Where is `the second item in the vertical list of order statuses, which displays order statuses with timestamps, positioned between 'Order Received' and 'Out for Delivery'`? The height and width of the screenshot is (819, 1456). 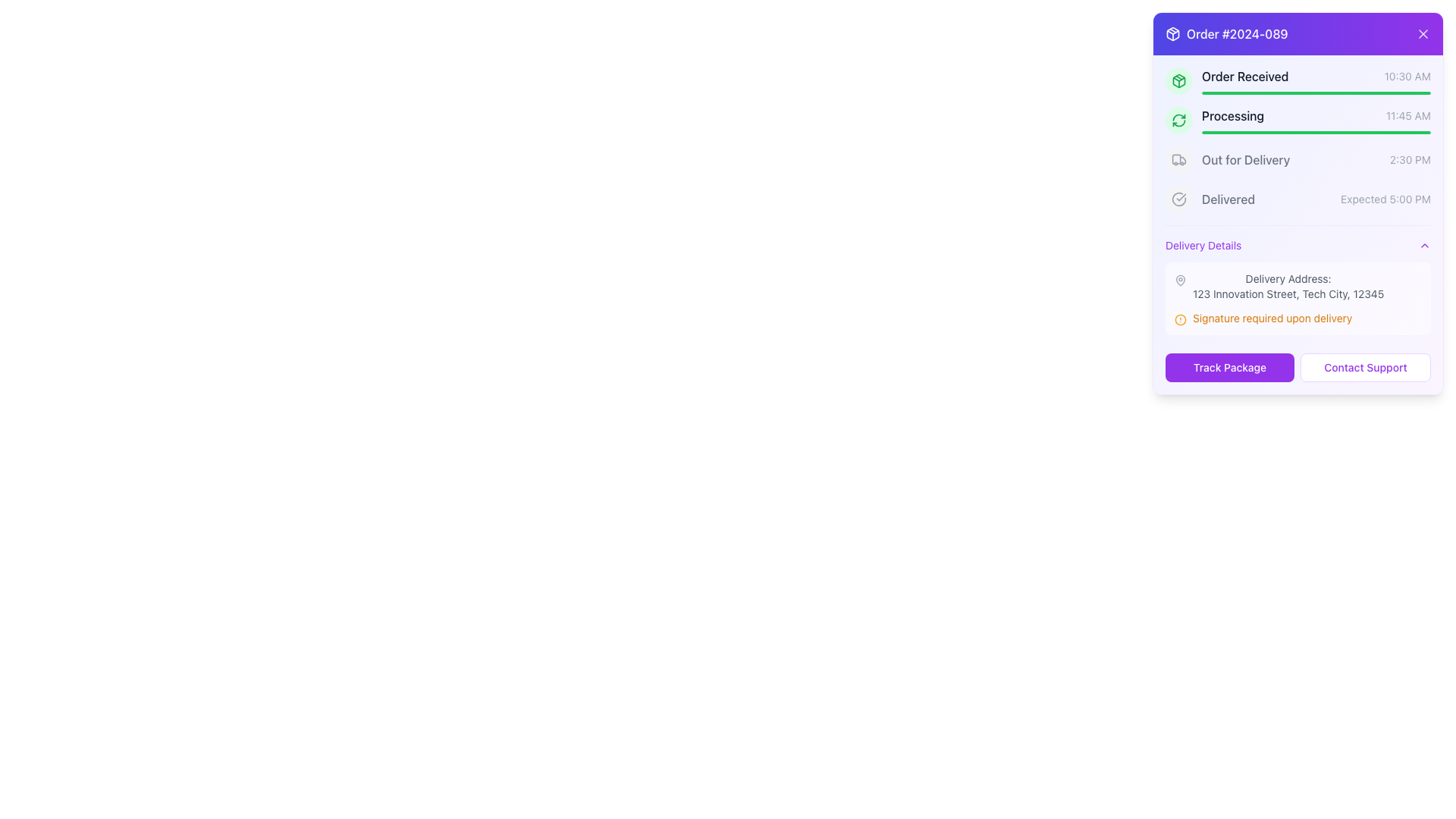 the second item in the vertical list of order statuses, which displays order statuses with timestamps, positioned between 'Order Received' and 'Out for Delivery' is located at coordinates (1298, 140).